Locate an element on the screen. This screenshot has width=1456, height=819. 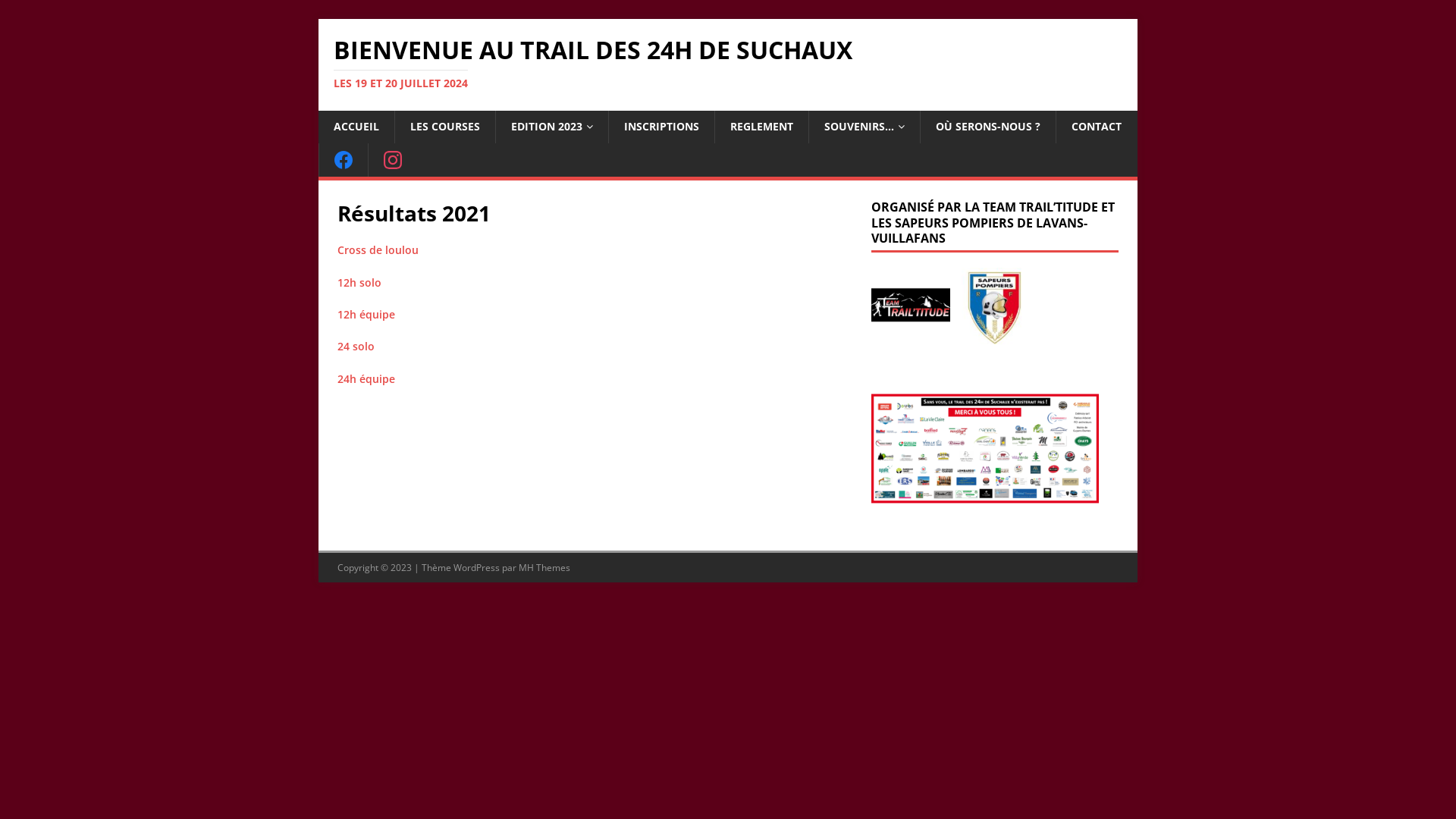
'FACEBOOK' is located at coordinates (318, 160).